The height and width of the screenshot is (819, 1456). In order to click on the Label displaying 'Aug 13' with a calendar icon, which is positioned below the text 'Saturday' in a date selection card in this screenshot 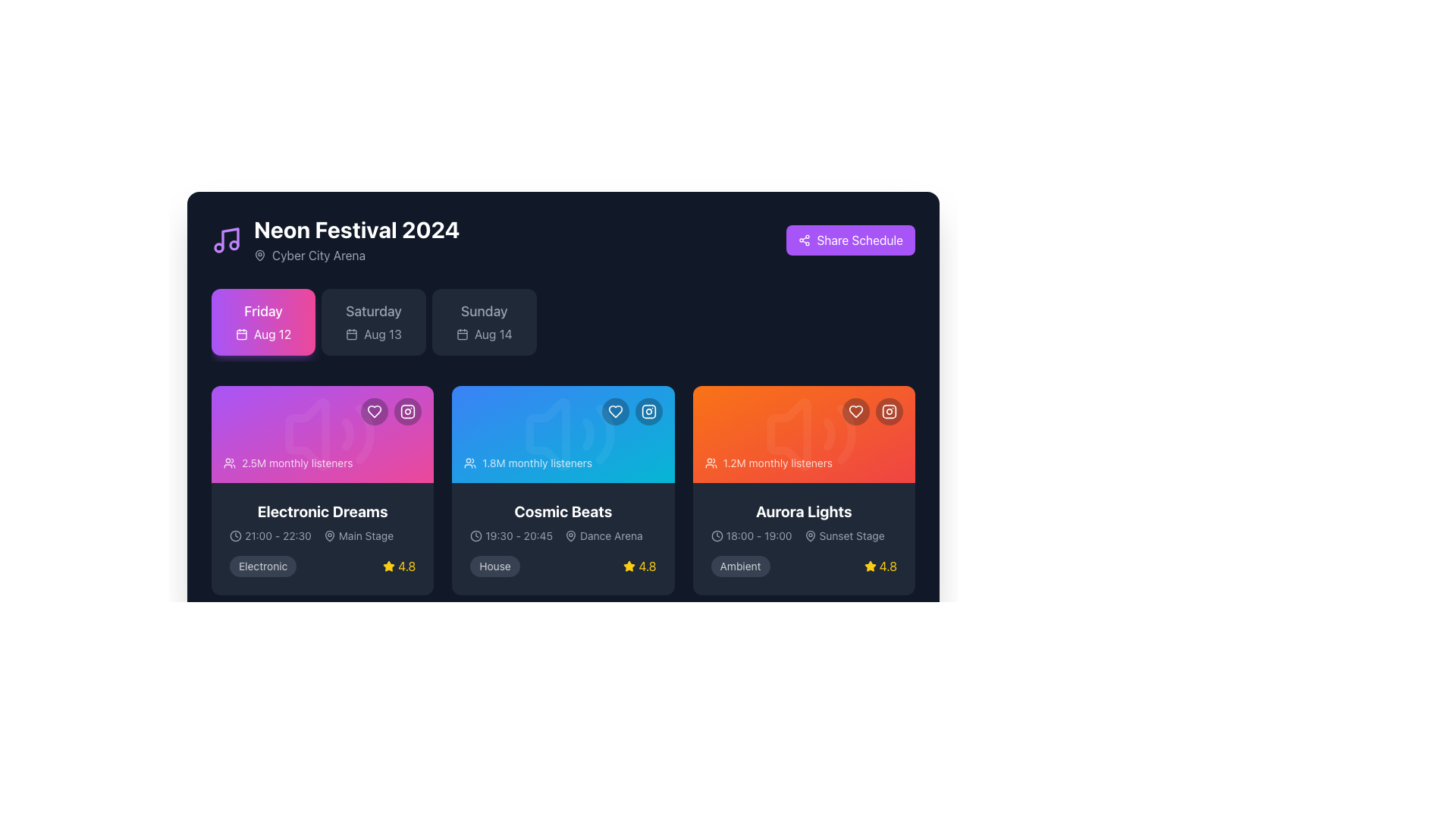, I will do `click(374, 333)`.